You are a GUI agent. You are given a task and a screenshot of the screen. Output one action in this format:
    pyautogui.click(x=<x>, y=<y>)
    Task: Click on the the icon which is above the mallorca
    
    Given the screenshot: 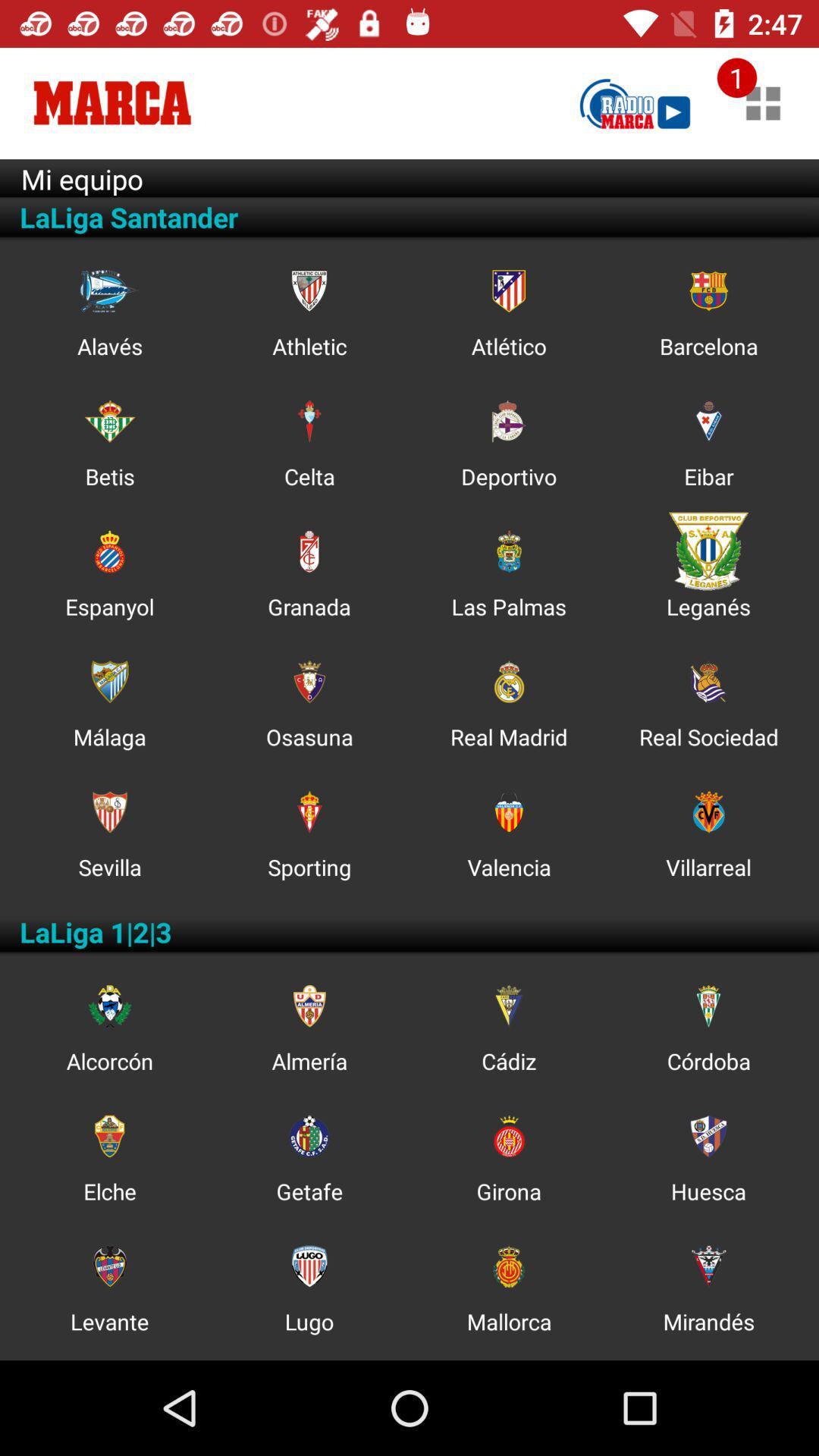 What is the action you would take?
    pyautogui.click(x=509, y=1266)
    